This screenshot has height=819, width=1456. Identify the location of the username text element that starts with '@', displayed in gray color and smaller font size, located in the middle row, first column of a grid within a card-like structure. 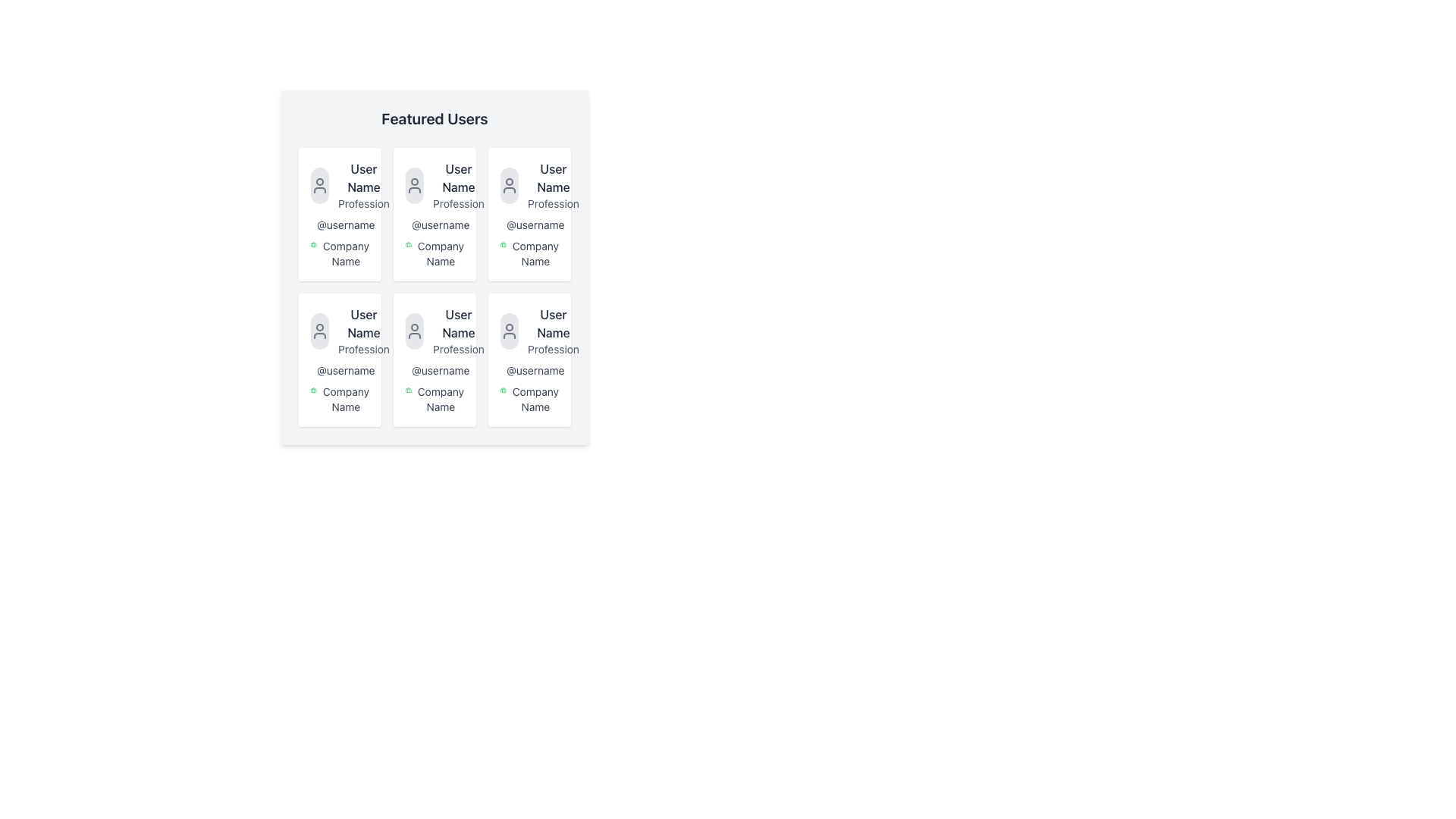
(339, 225).